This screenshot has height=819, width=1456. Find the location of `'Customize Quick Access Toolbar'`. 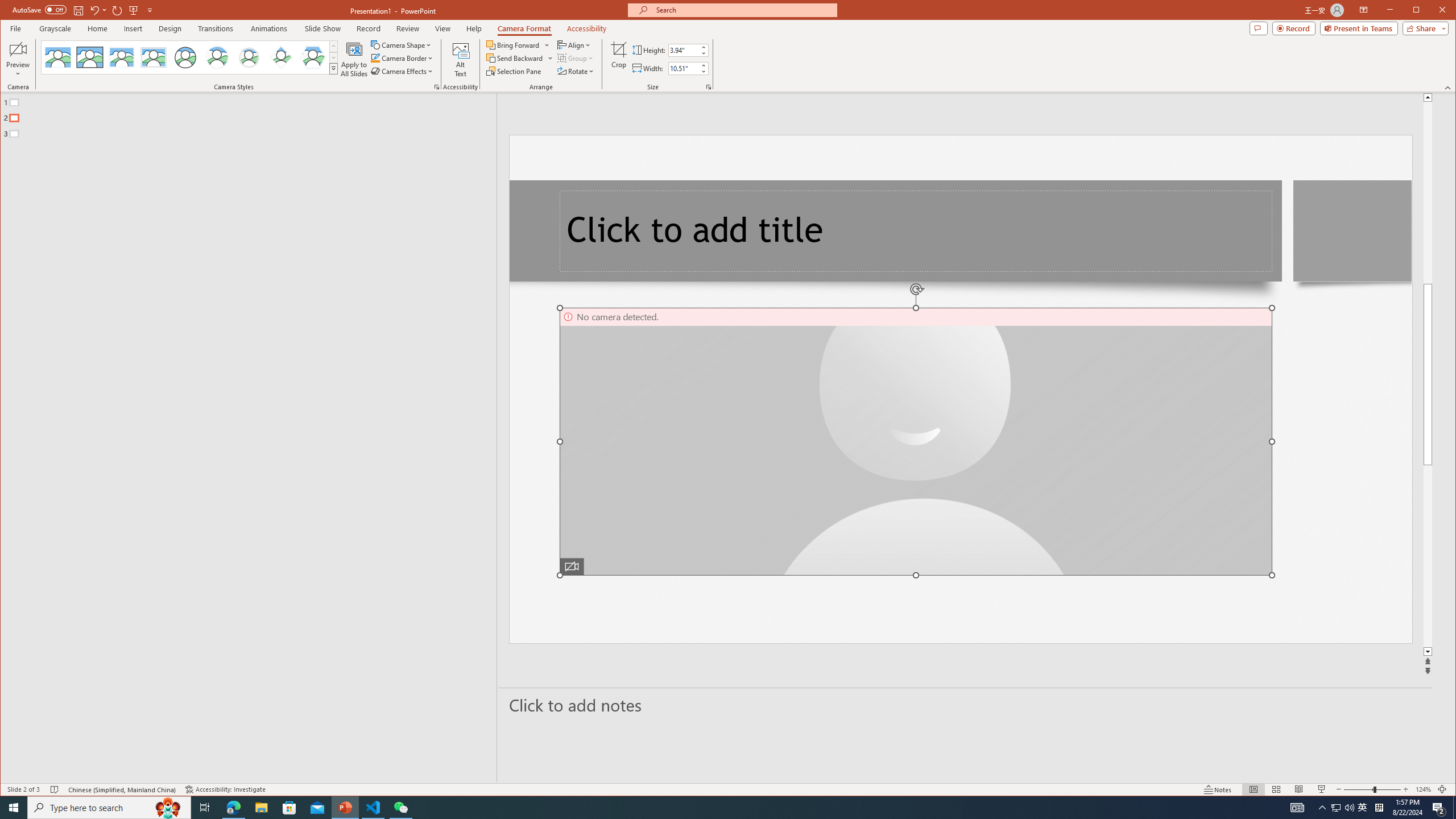

'Customize Quick Access Toolbar' is located at coordinates (150, 9).